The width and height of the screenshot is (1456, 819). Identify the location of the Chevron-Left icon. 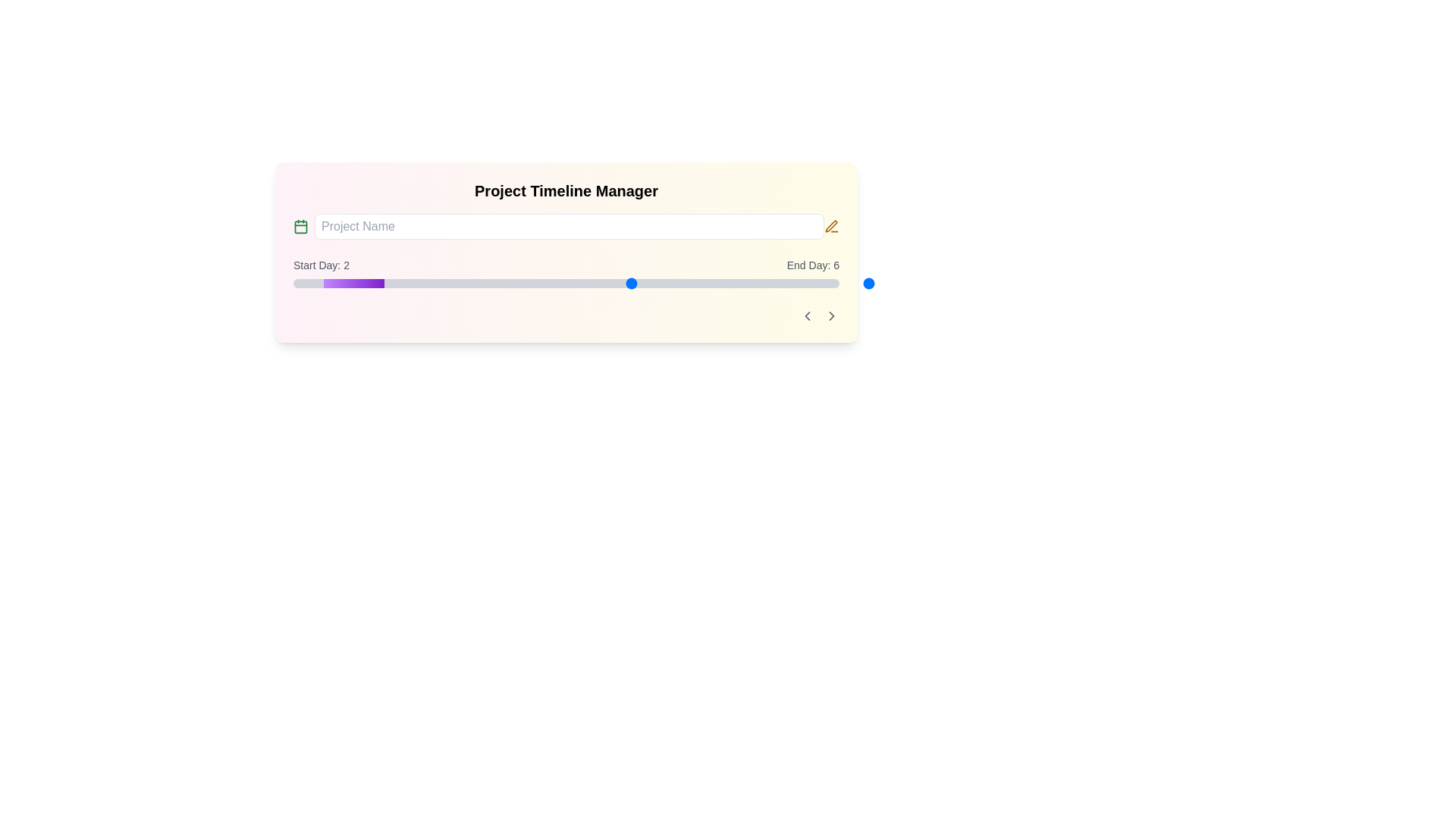
(807, 315).